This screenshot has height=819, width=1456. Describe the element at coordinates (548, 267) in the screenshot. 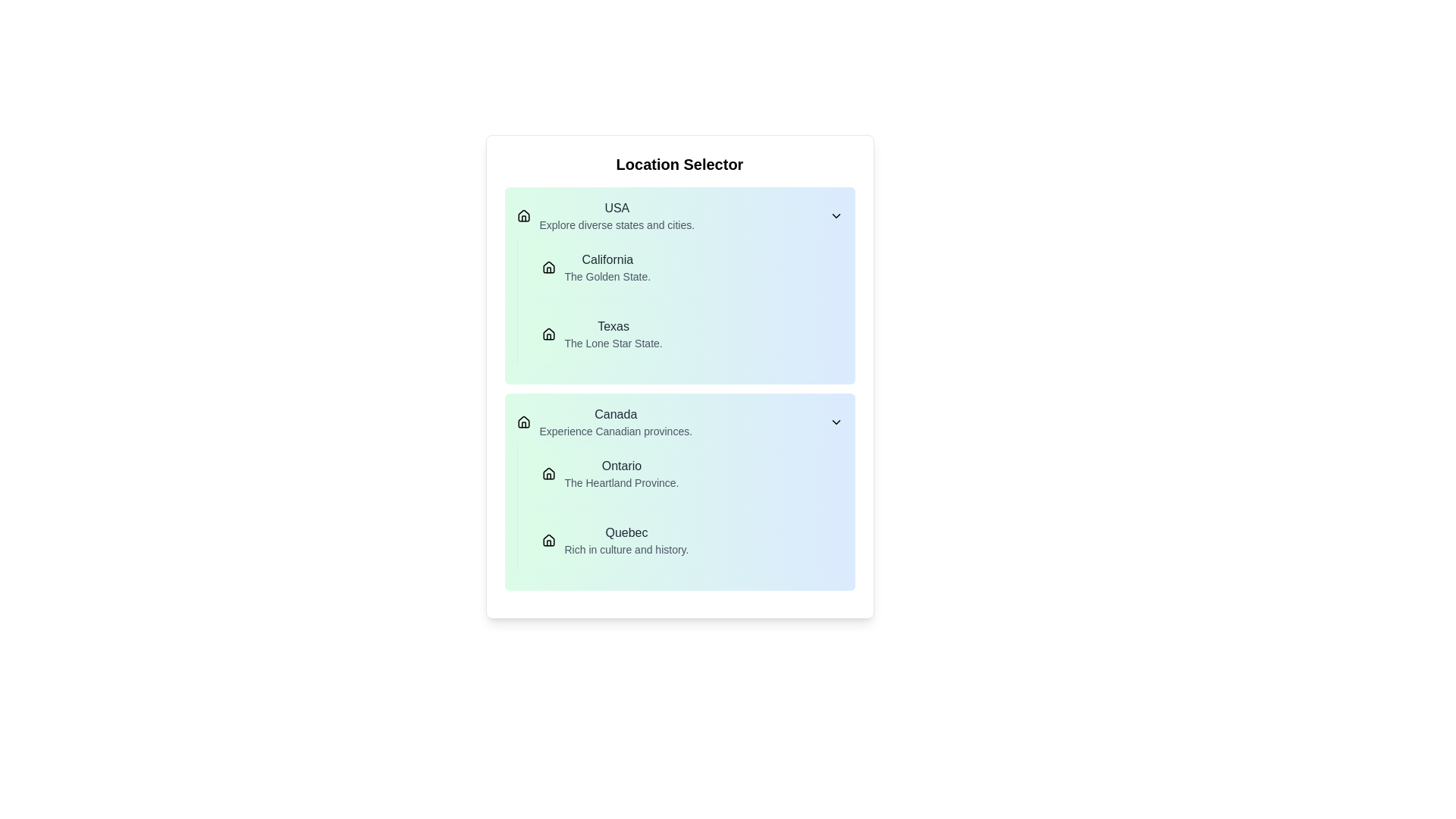

I see `the black minimalist line art house icon located to the left of the text 'California' and 'The Golden State', which is the first icon in its group under the category 'USA'` at that location.